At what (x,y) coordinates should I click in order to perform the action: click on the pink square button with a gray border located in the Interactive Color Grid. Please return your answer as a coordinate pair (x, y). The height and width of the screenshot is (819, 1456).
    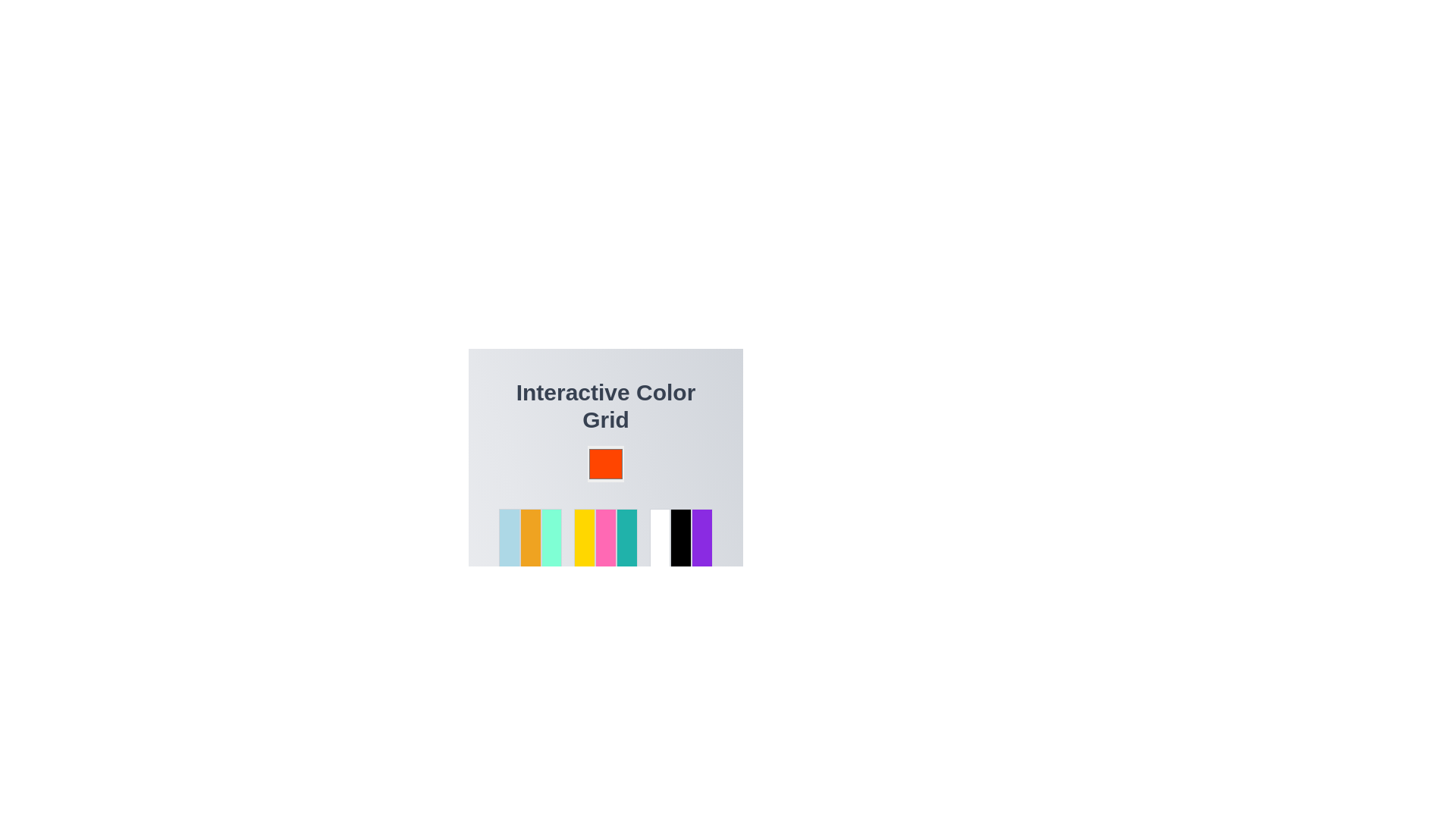
    Looking at the image, I should click on (604, 538).